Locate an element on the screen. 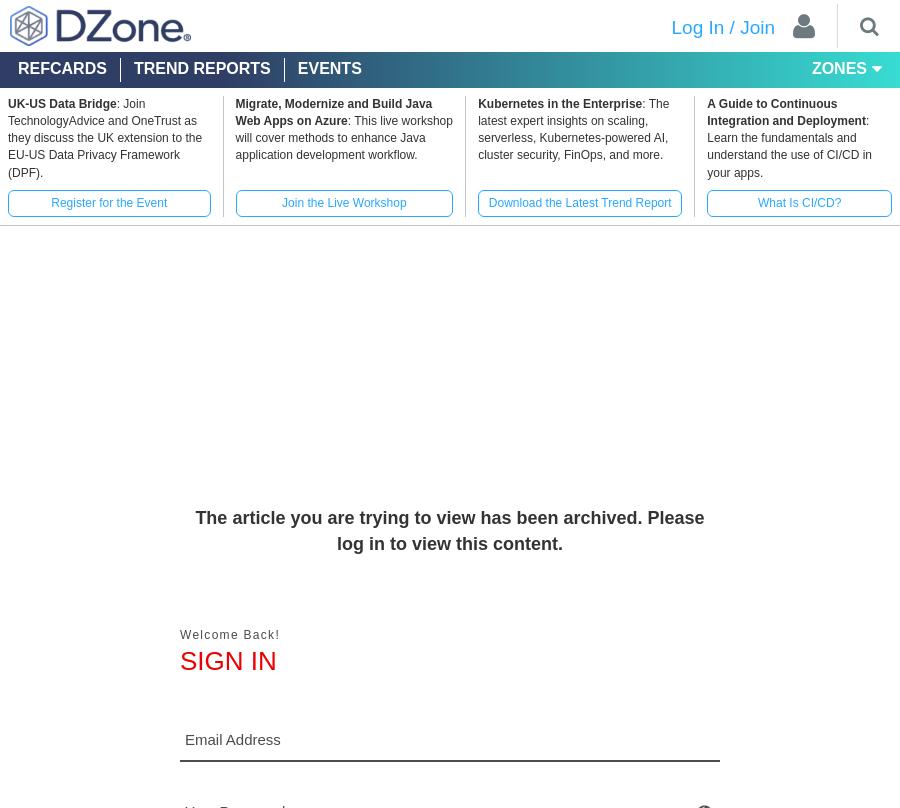 The width and height of the screenshot is (900, 808). ': Learn the fundamentals and understand the use of CI/CD in your apps.' is located at coordinates (789, 145).